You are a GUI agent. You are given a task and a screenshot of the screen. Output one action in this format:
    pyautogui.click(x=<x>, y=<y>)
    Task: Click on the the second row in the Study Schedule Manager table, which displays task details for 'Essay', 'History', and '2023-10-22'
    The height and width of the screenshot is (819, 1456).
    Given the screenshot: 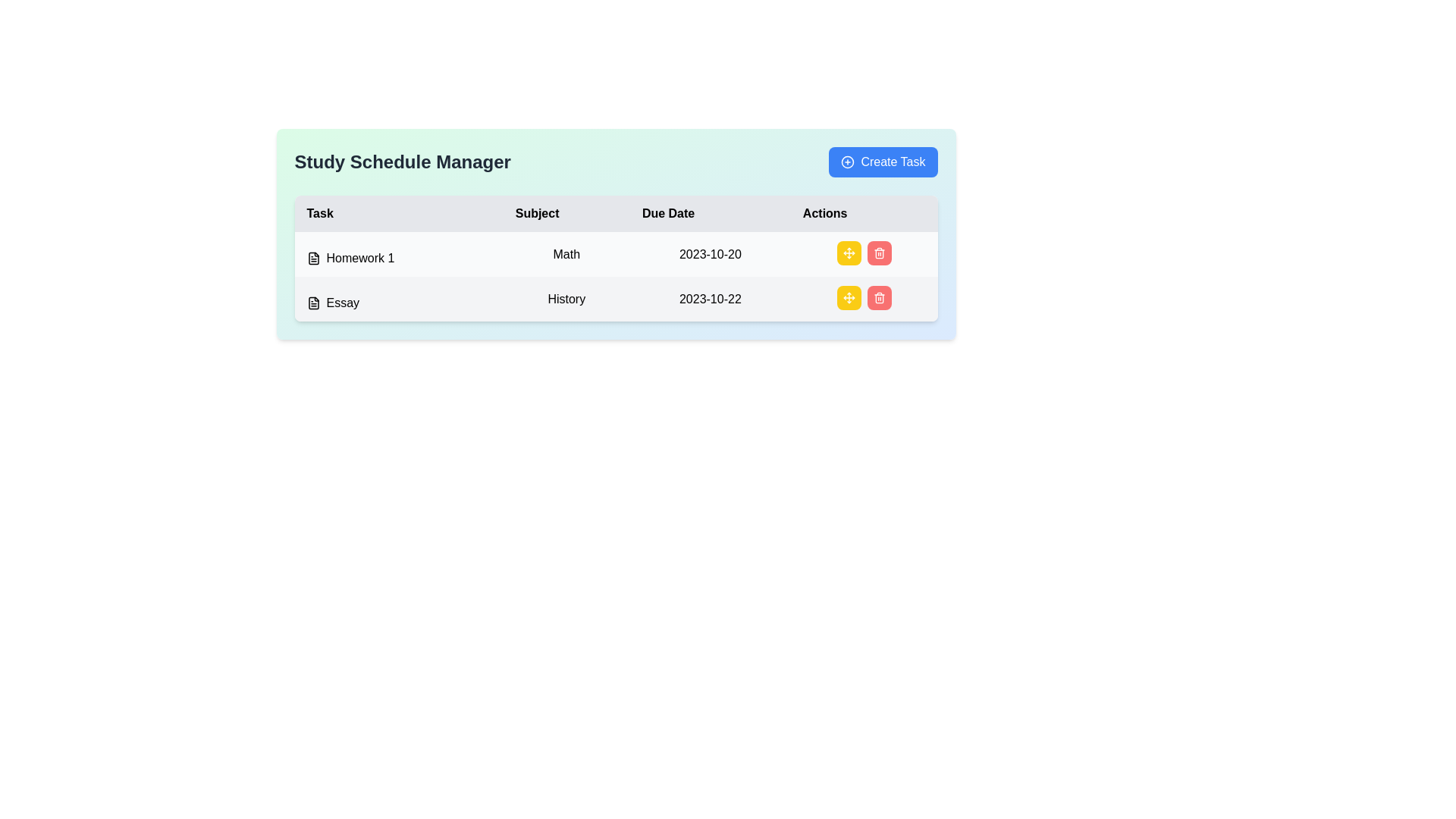 What is the action you would take?
    pyautogui.click(x=616, y=299)
    